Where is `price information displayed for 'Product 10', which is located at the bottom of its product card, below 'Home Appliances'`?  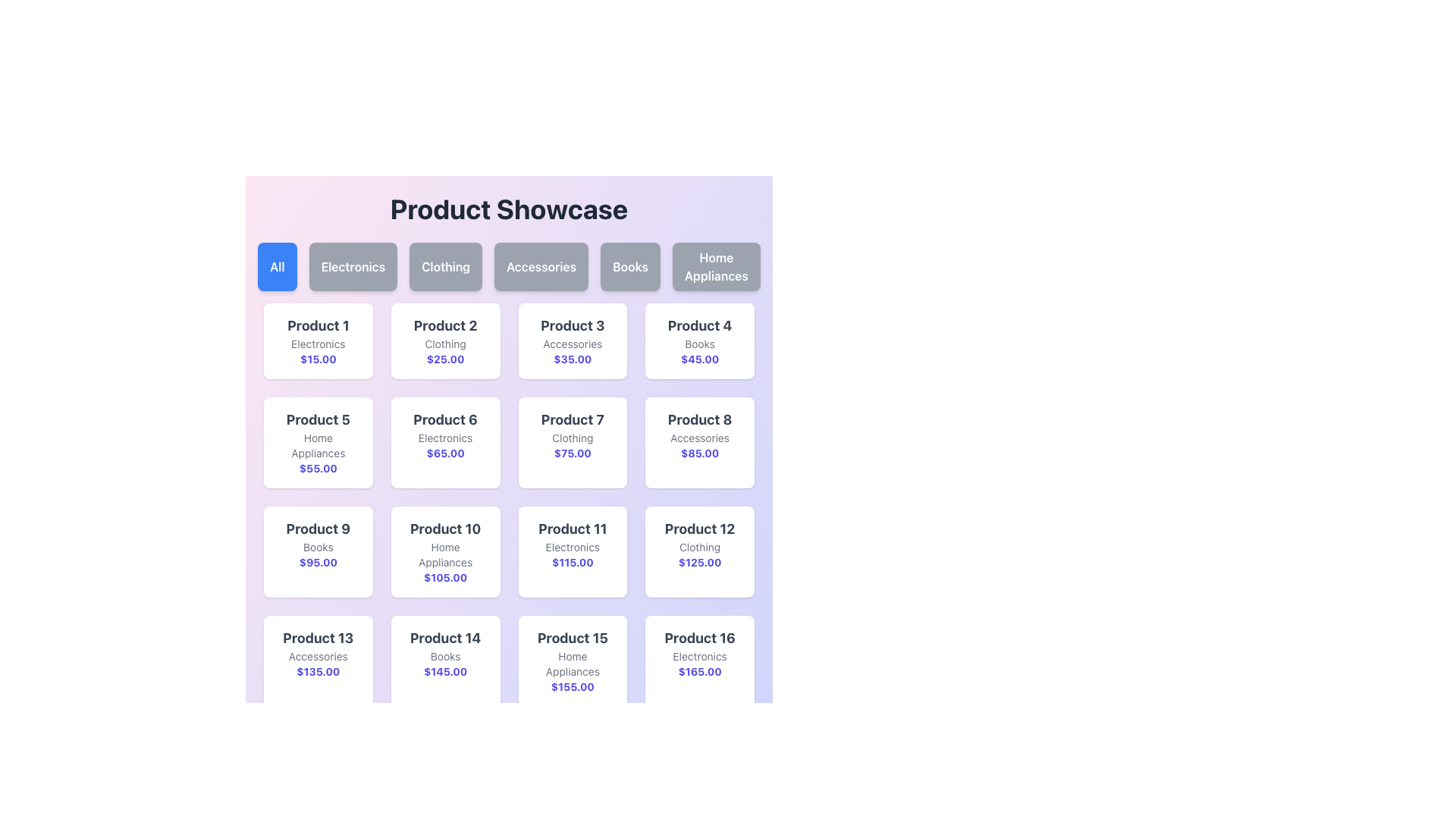
price information displayed for 'Product 10', which is located at the bottom of its product card, below 'Home Appliances' is located at coordinates (444, 578).